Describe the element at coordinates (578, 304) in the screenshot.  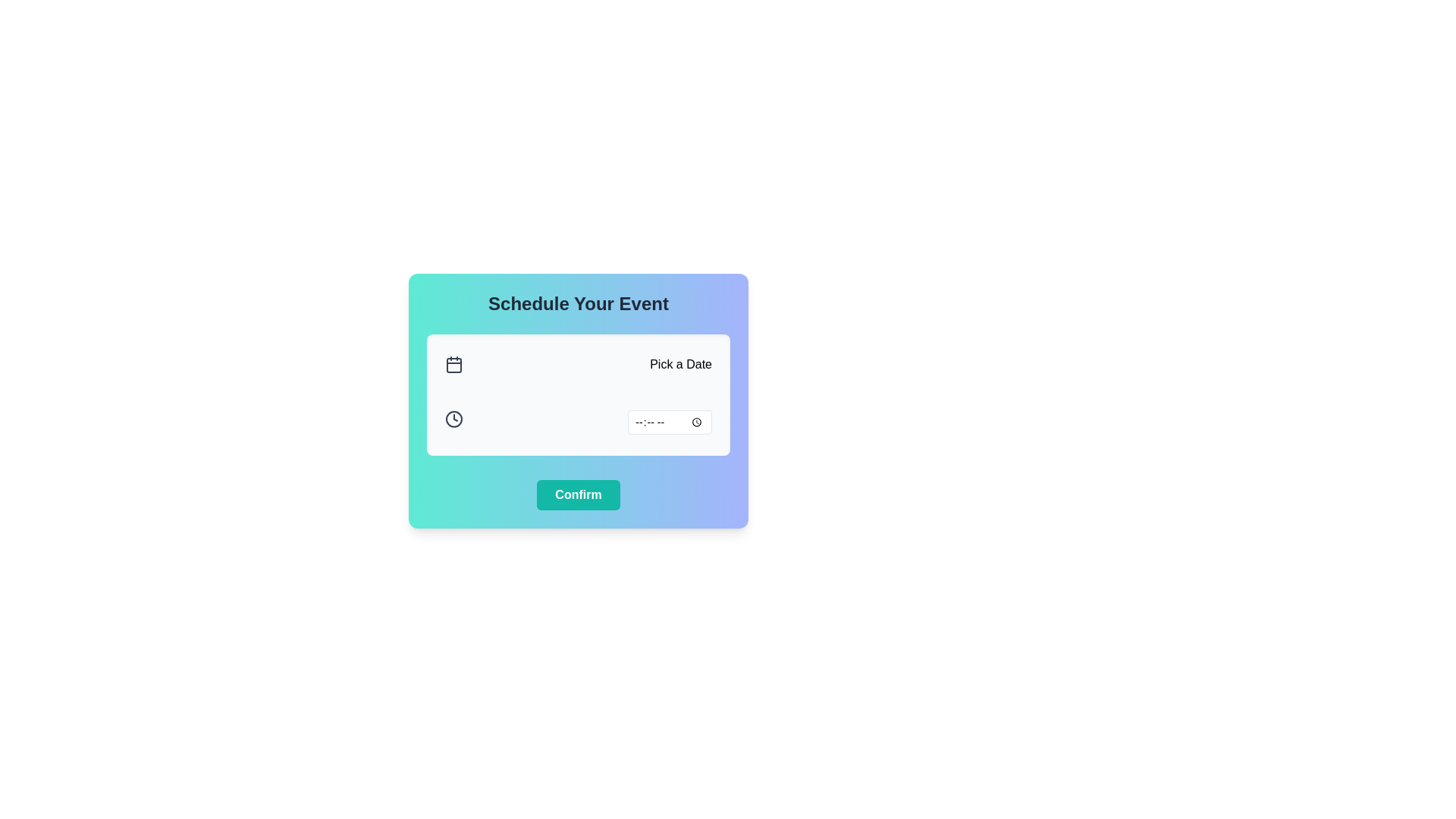
I see `text label located at the top-center of the rounded panel, which serves as the title for the section` at that location.